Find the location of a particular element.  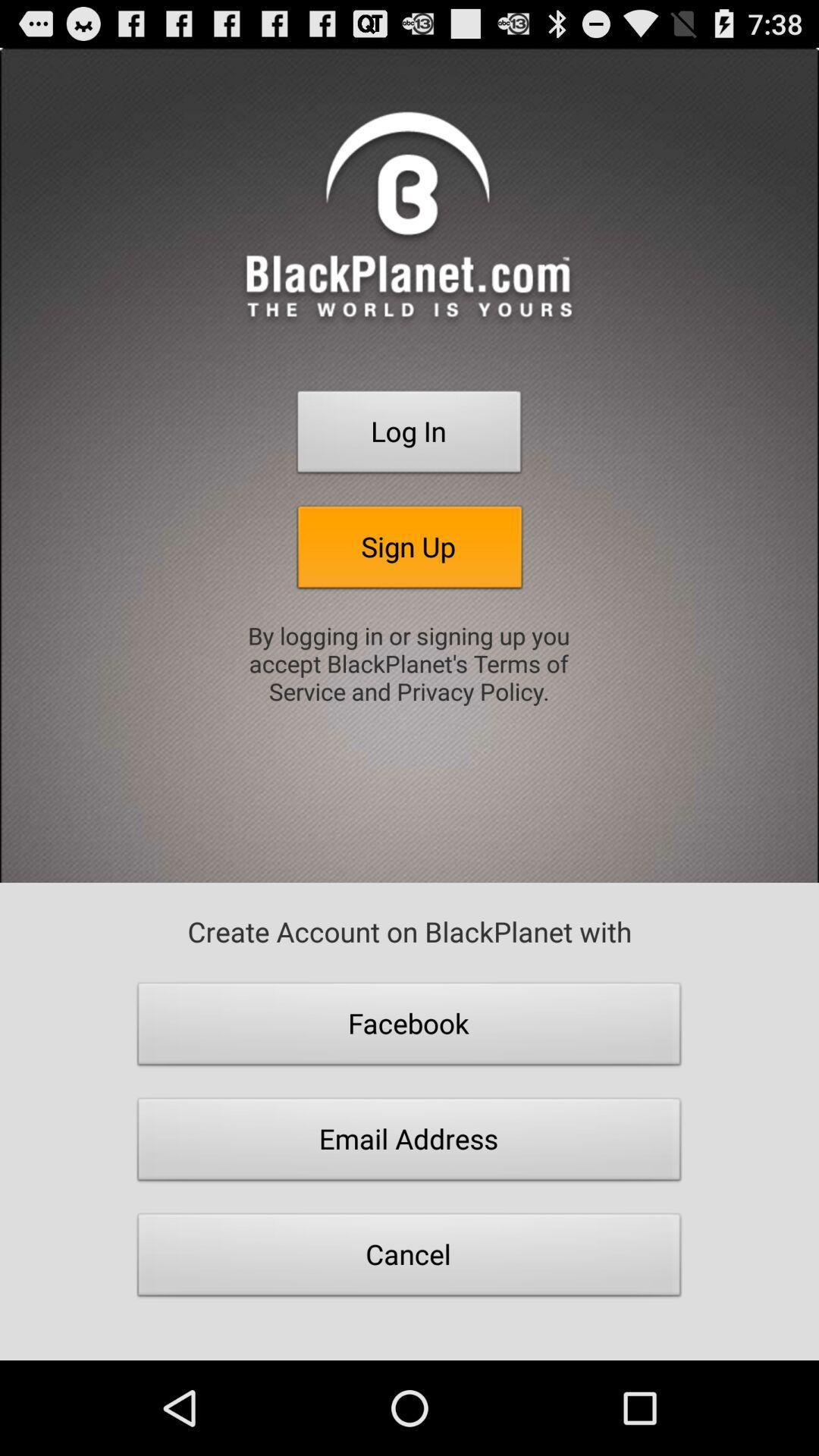

the facebook icon is located at coordinates (409, 1028).